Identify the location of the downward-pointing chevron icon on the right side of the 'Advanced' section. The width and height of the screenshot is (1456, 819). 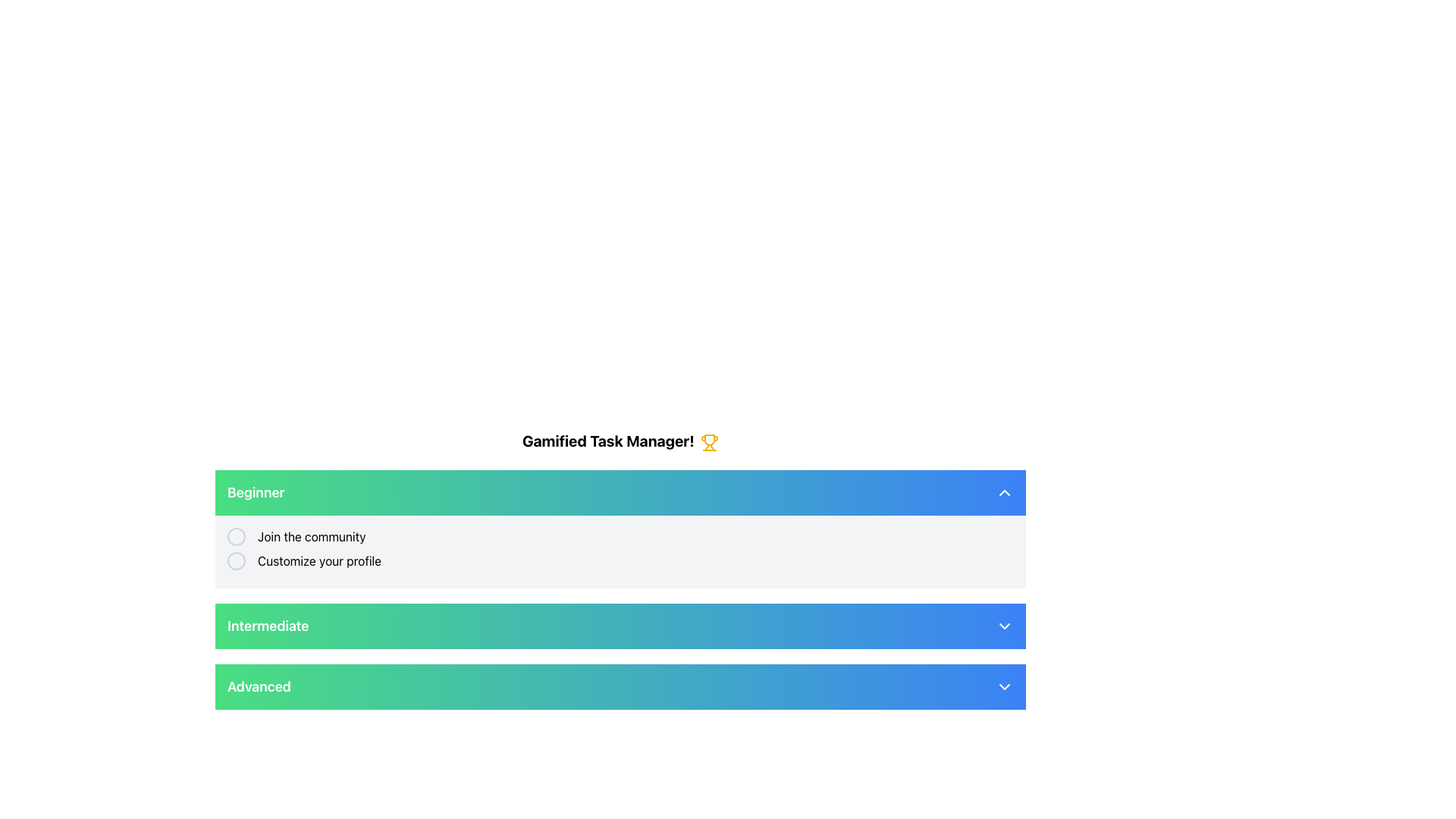
(1004, 687).